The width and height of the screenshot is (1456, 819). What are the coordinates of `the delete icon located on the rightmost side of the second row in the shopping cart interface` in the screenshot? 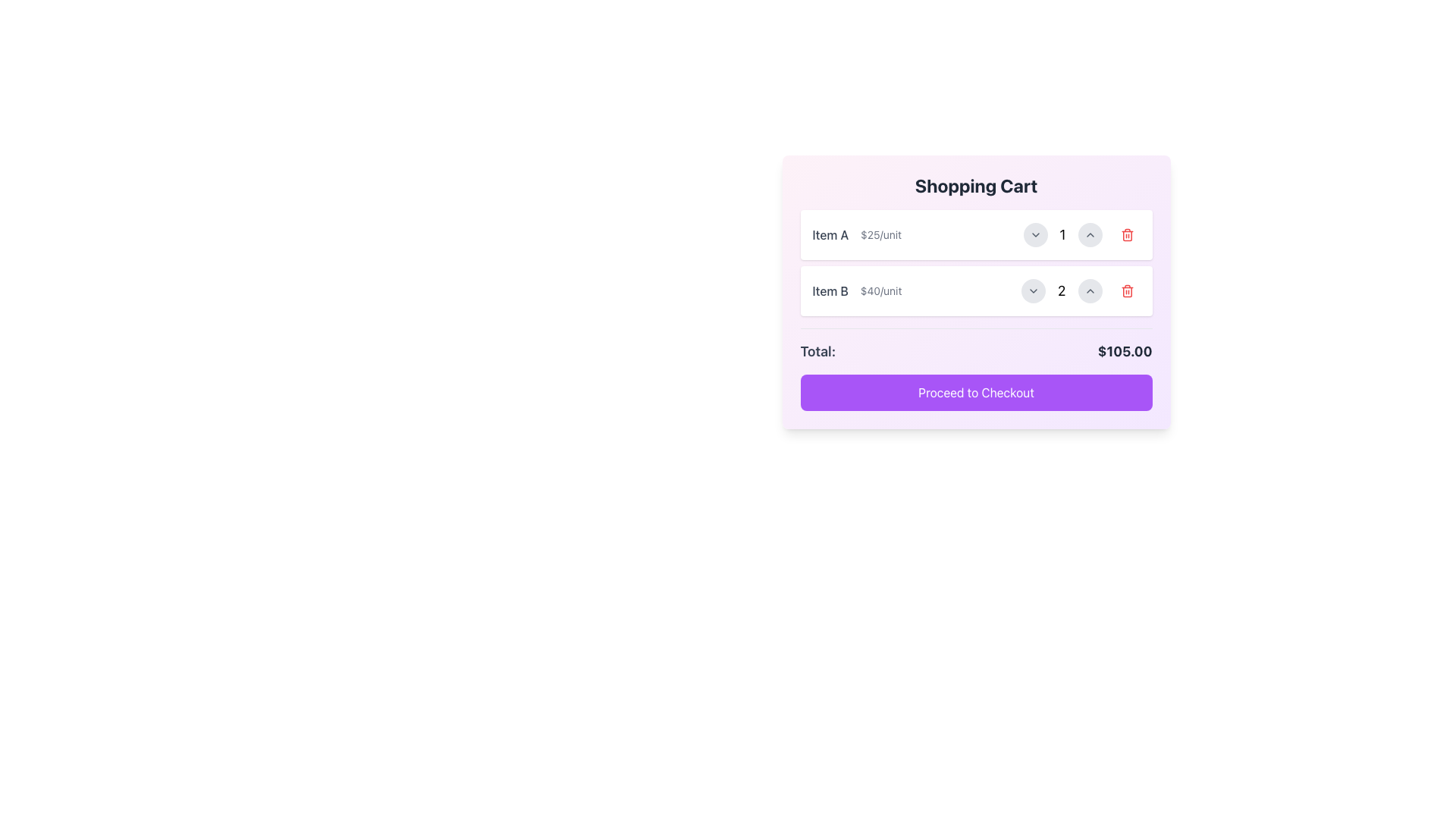 It's located at (1127, 291).